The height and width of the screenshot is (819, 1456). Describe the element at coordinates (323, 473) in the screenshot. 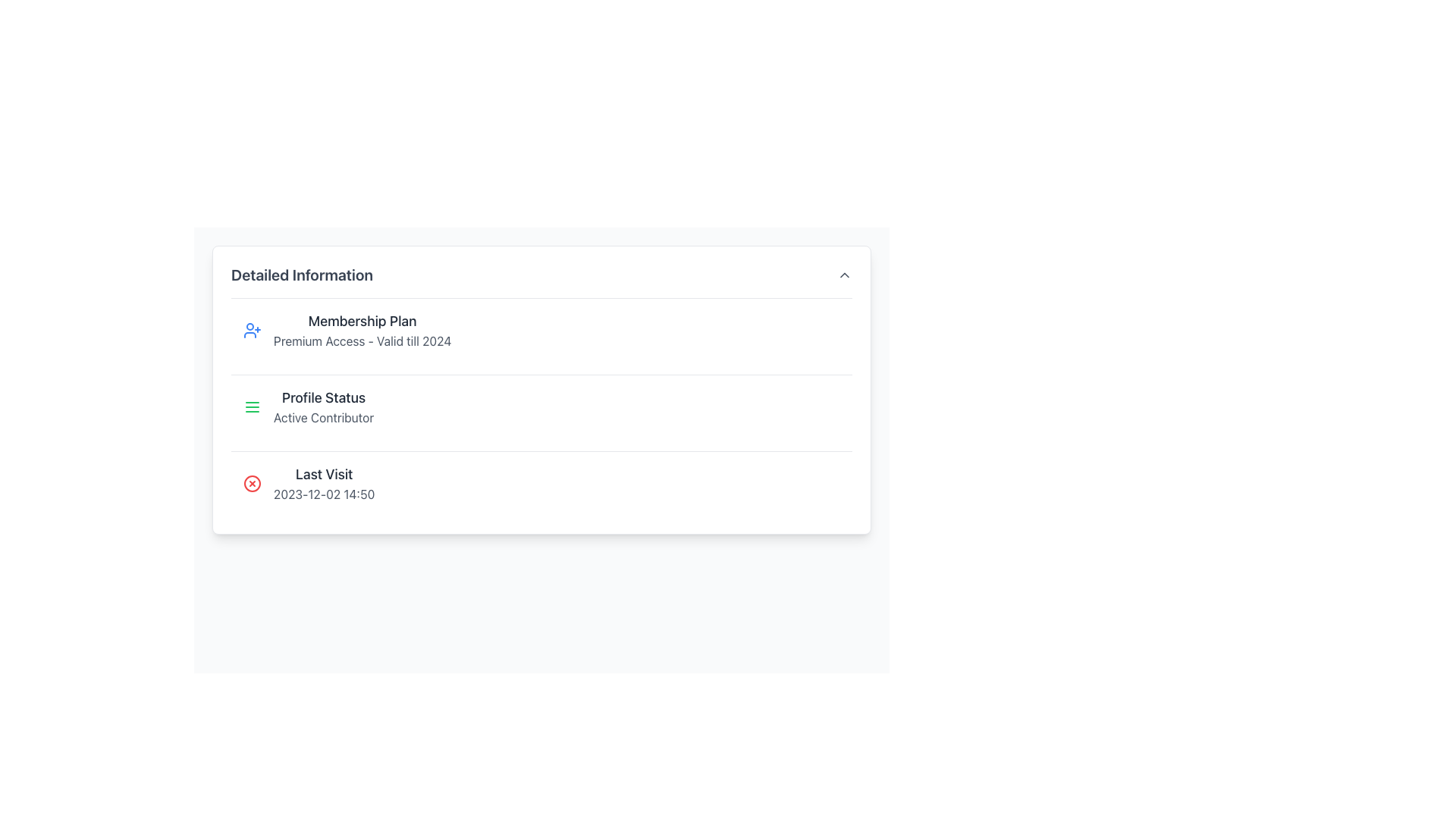

I see `the Text Label that acts as a heading for the timestamp of the last visit, situated below the 'Profile Status' section and above the timestamp '2023-12-02 14:50'` at that location.